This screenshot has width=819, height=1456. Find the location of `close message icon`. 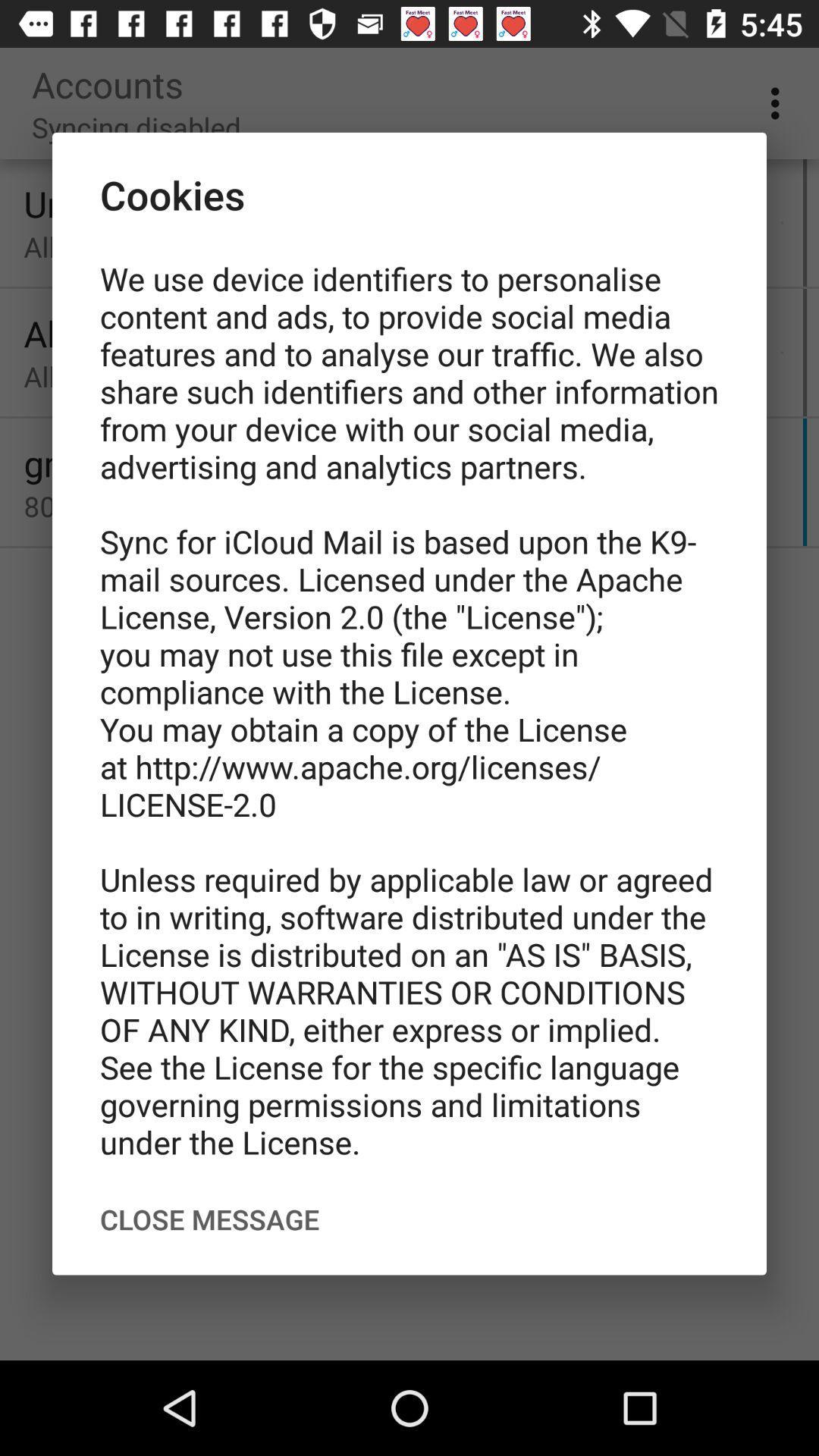

close message icon is located at coordinates (209, 1219).